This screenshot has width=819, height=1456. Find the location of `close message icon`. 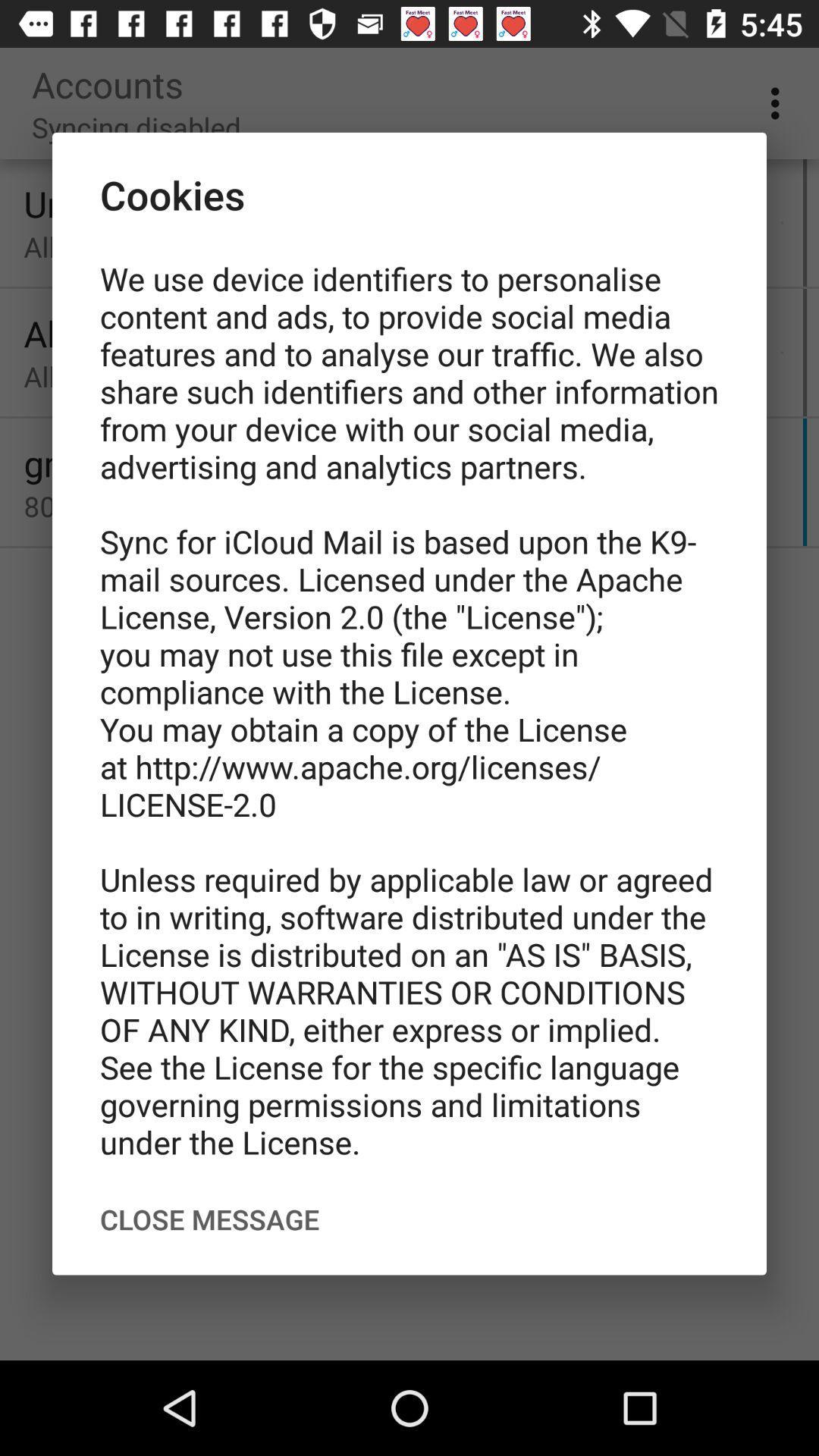

close message icon is located at coordinates (209, 1219).